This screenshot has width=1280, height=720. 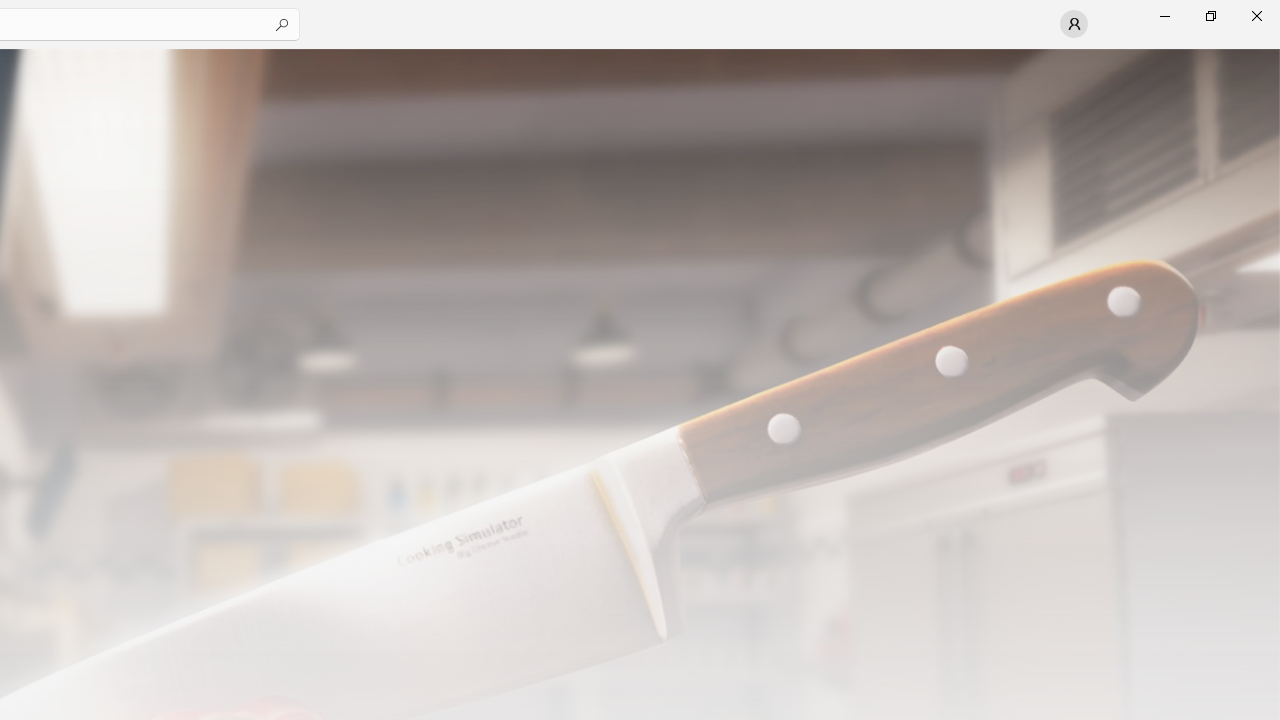 I want to click on 'Close Microsoft Store', so click(x=1255, y=15).